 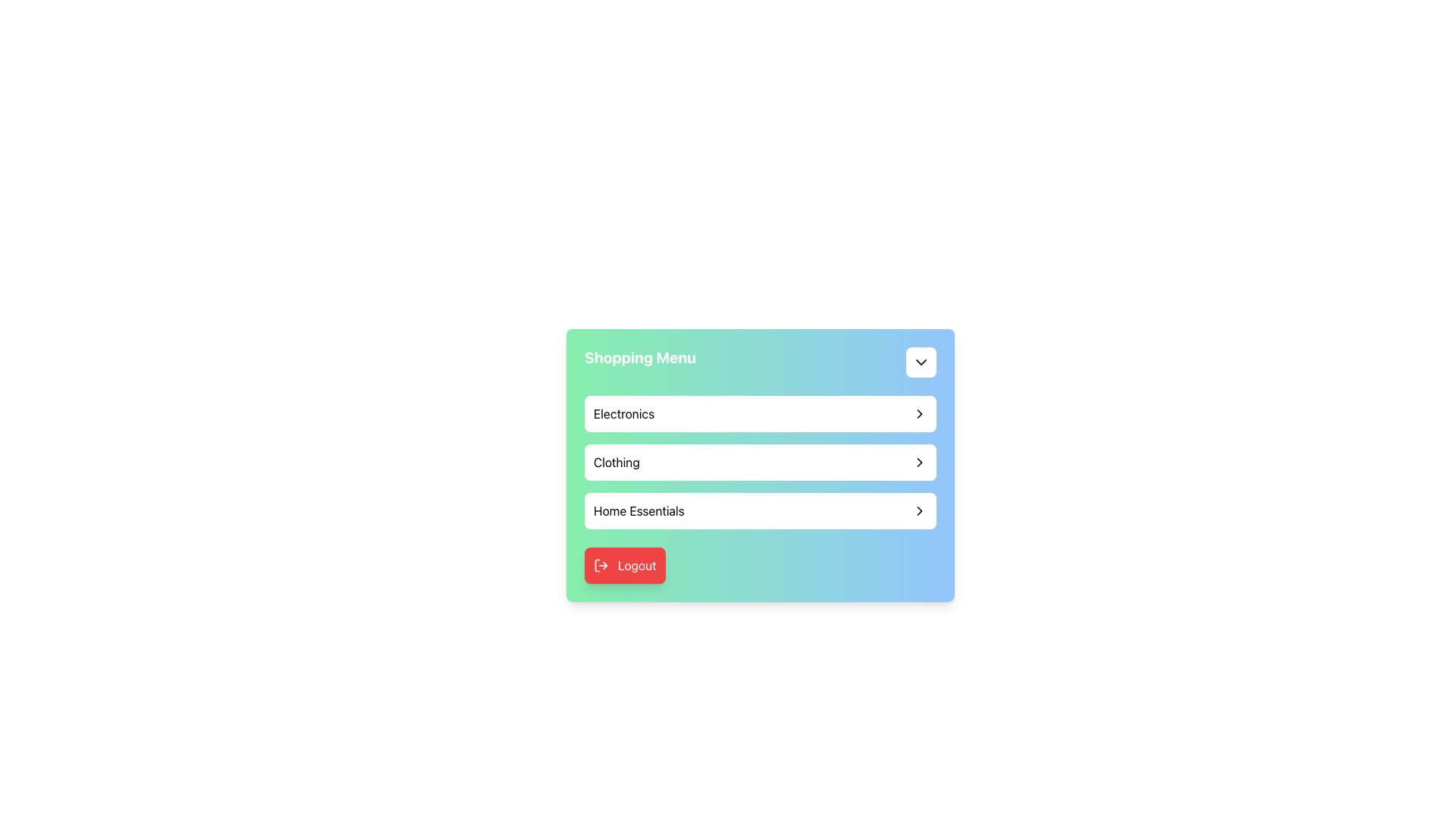 I want to click on the right-facing chevron icon associated with the 'Clothing' list item to get visual feedback, so click(x=919, y=461).